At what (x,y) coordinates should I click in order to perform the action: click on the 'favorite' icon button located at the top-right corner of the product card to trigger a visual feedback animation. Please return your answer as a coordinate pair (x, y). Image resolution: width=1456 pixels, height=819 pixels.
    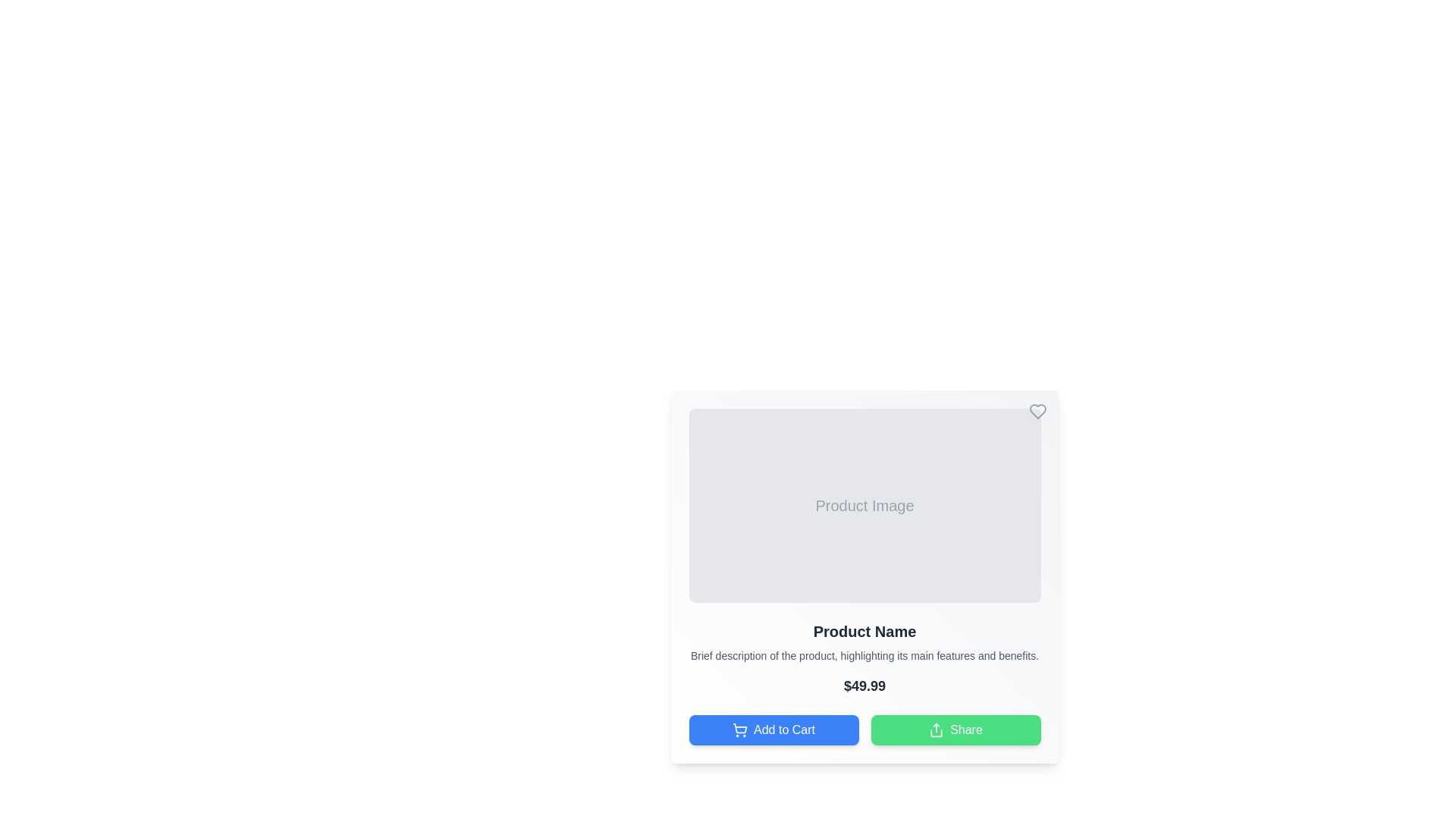
    Looking at the image, I should click on (1037, 412).